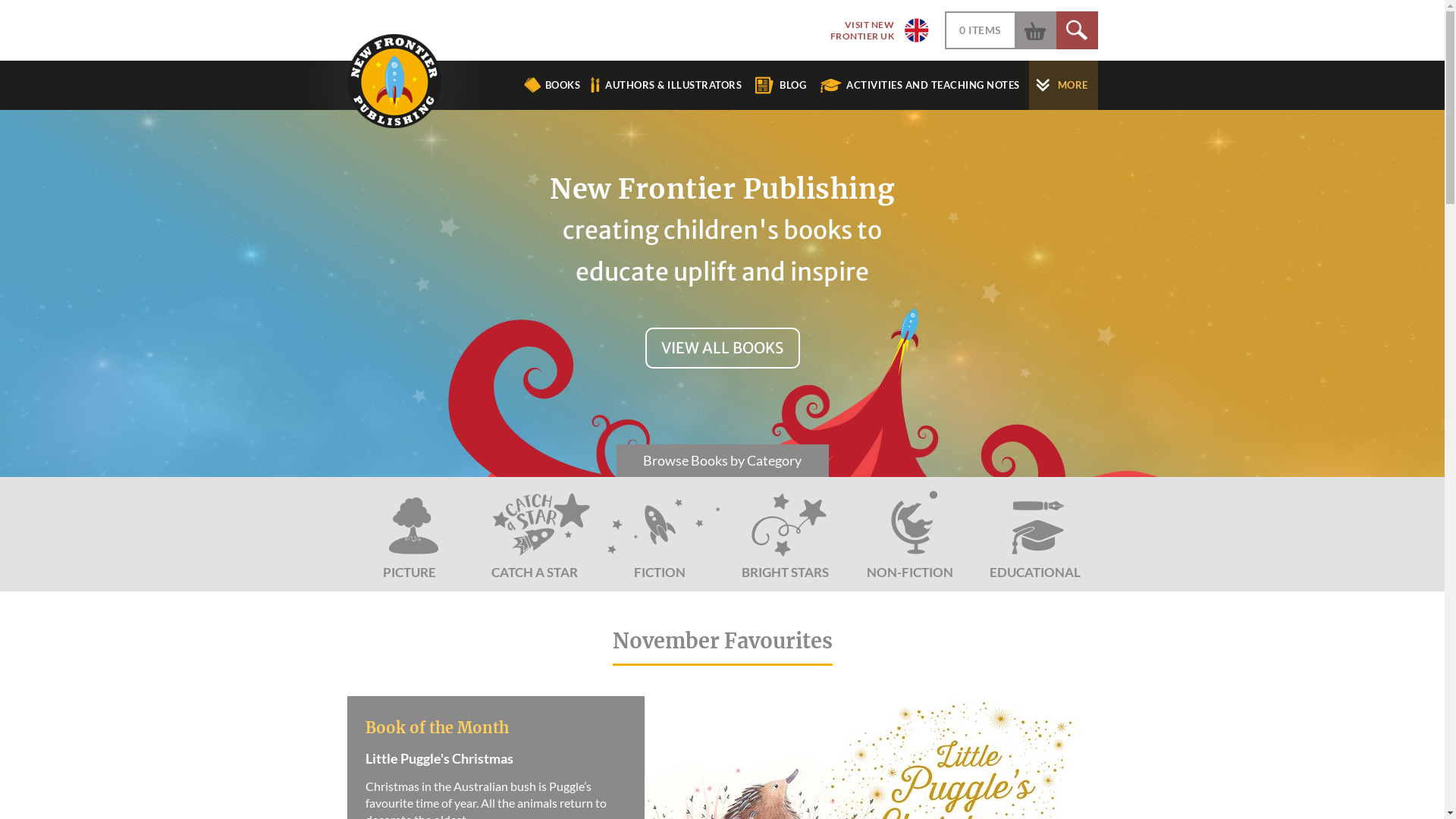 The height and width of the screenshot is (819, 1456). I want to click on 'AUTHORS & ILLUSTRATORS', so click(667, 85).